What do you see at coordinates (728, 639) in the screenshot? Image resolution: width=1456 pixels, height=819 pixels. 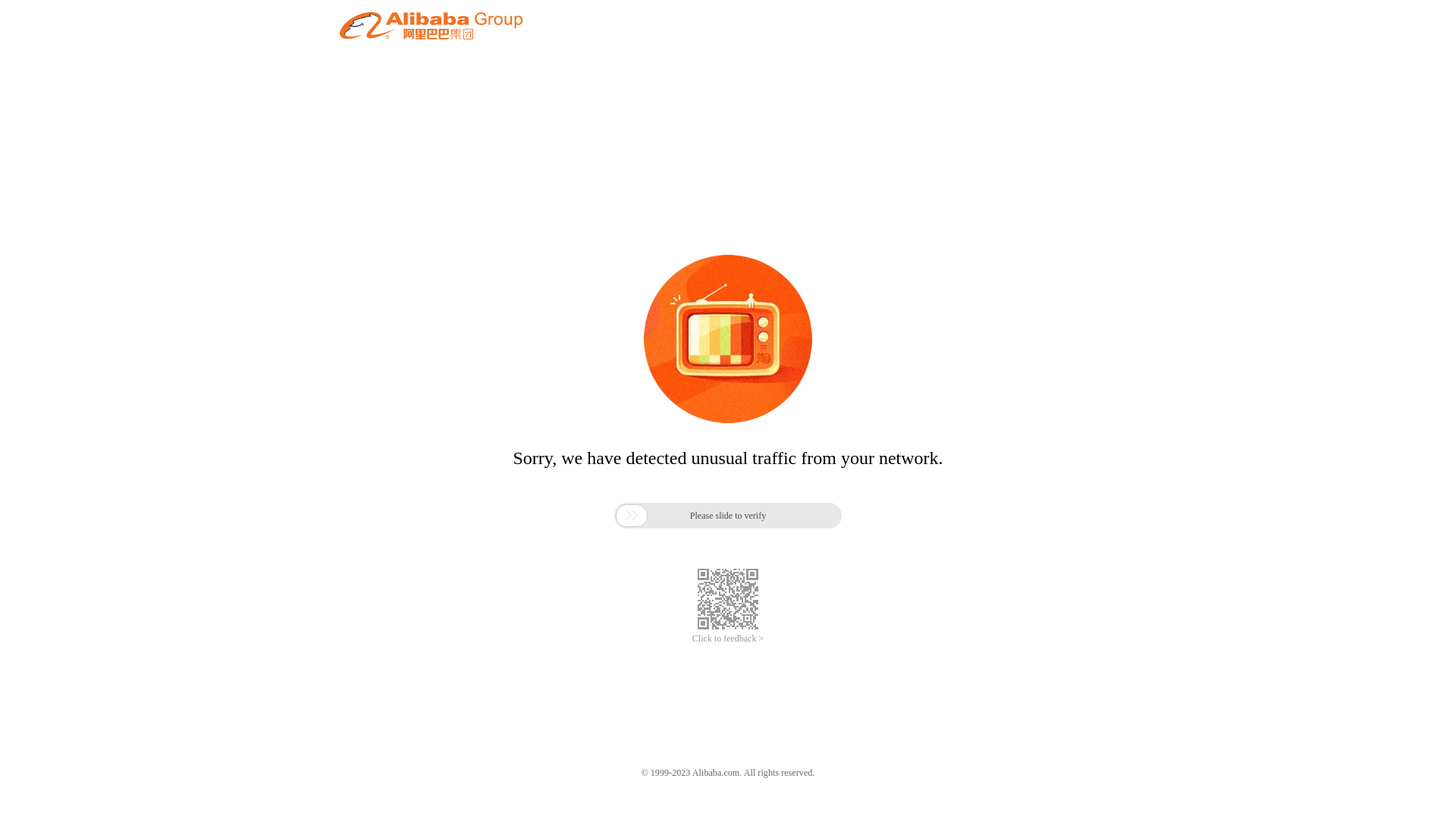 I see `'Click to feedback >'` at bounding box center [728, 639].